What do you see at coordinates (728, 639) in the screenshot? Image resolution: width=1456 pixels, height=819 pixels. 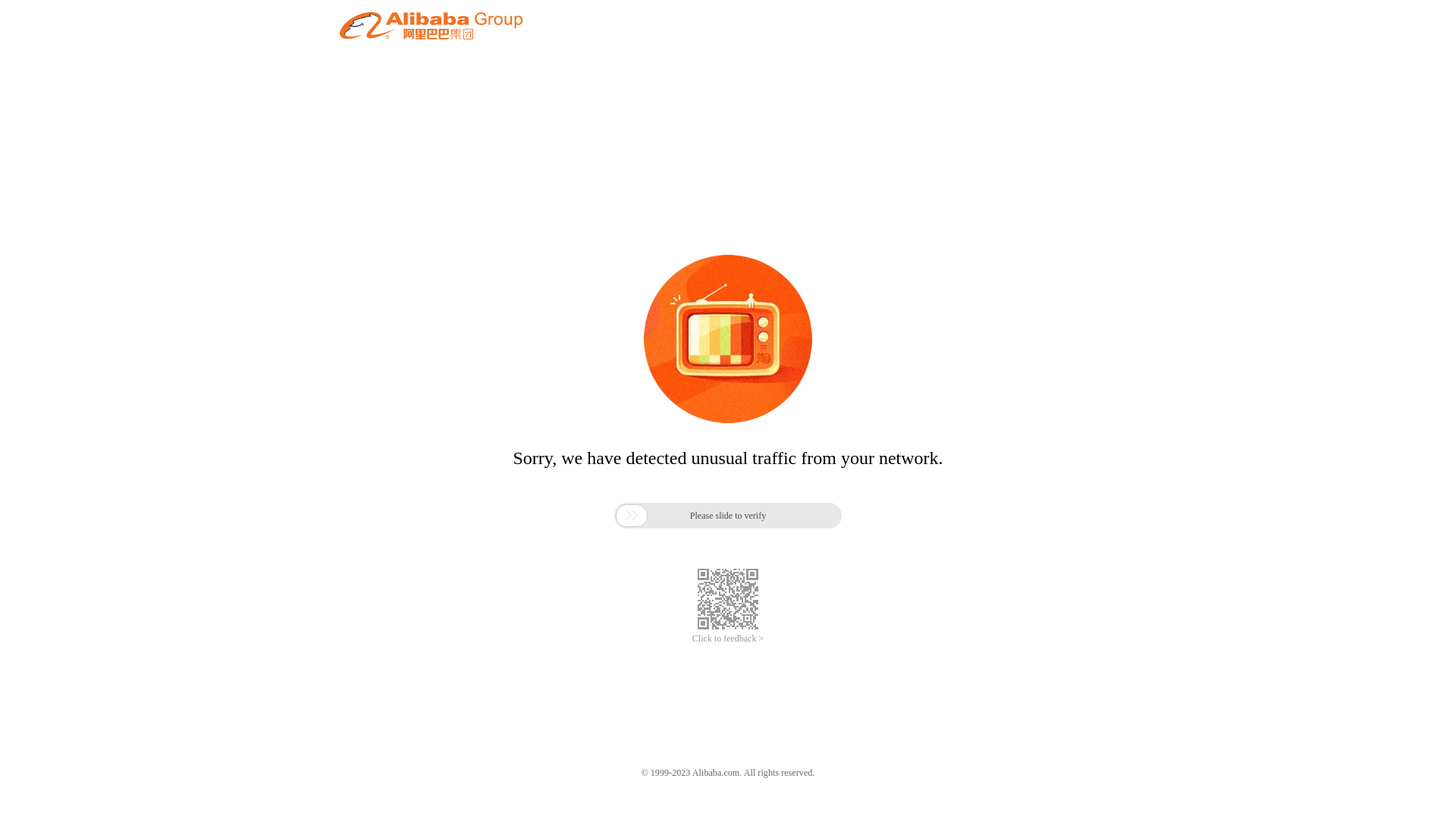 I see `'Click to feedback >'` at bounding box center [728, 639].